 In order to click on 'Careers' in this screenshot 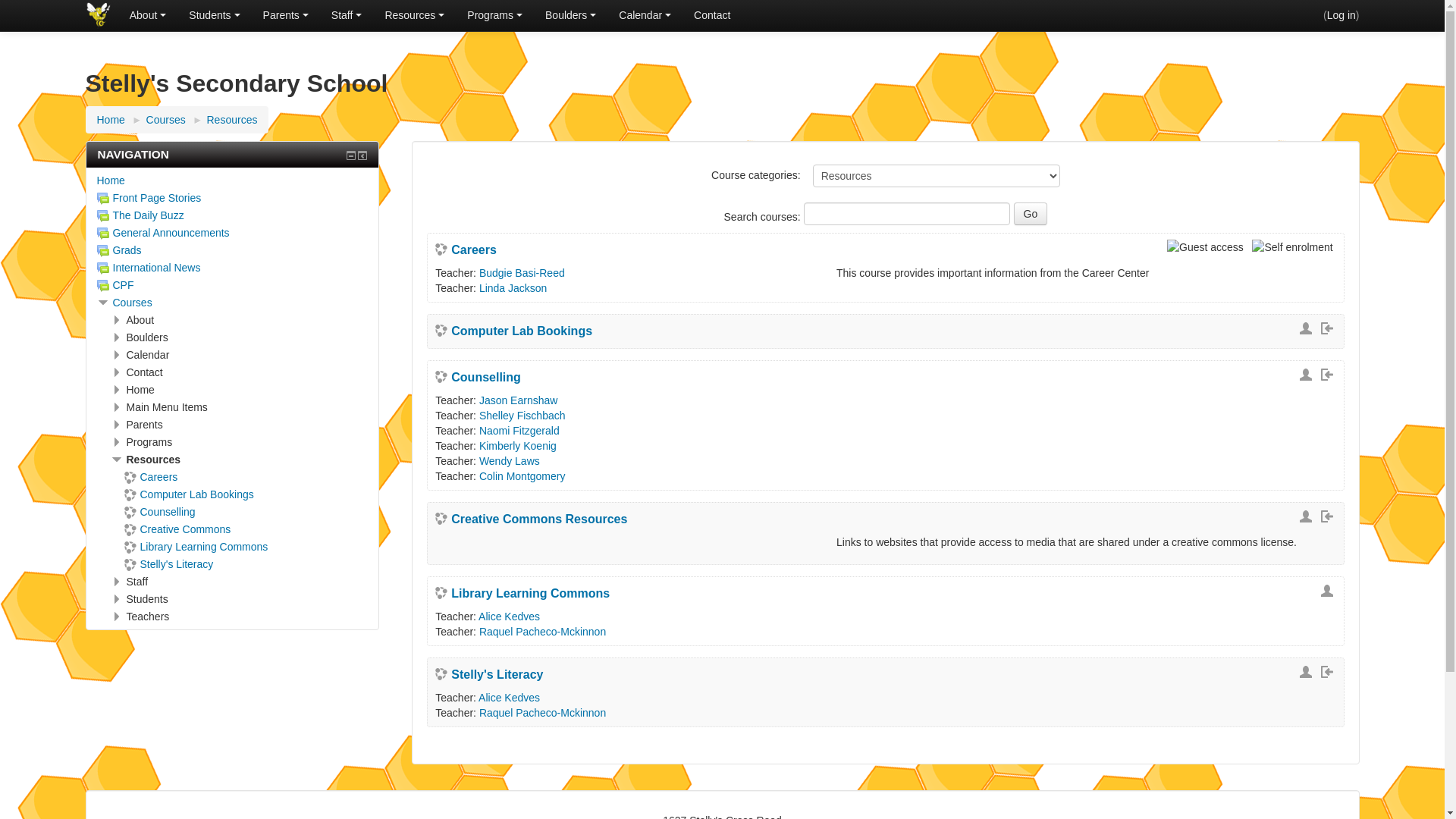, I will do `click(465, 249)`.